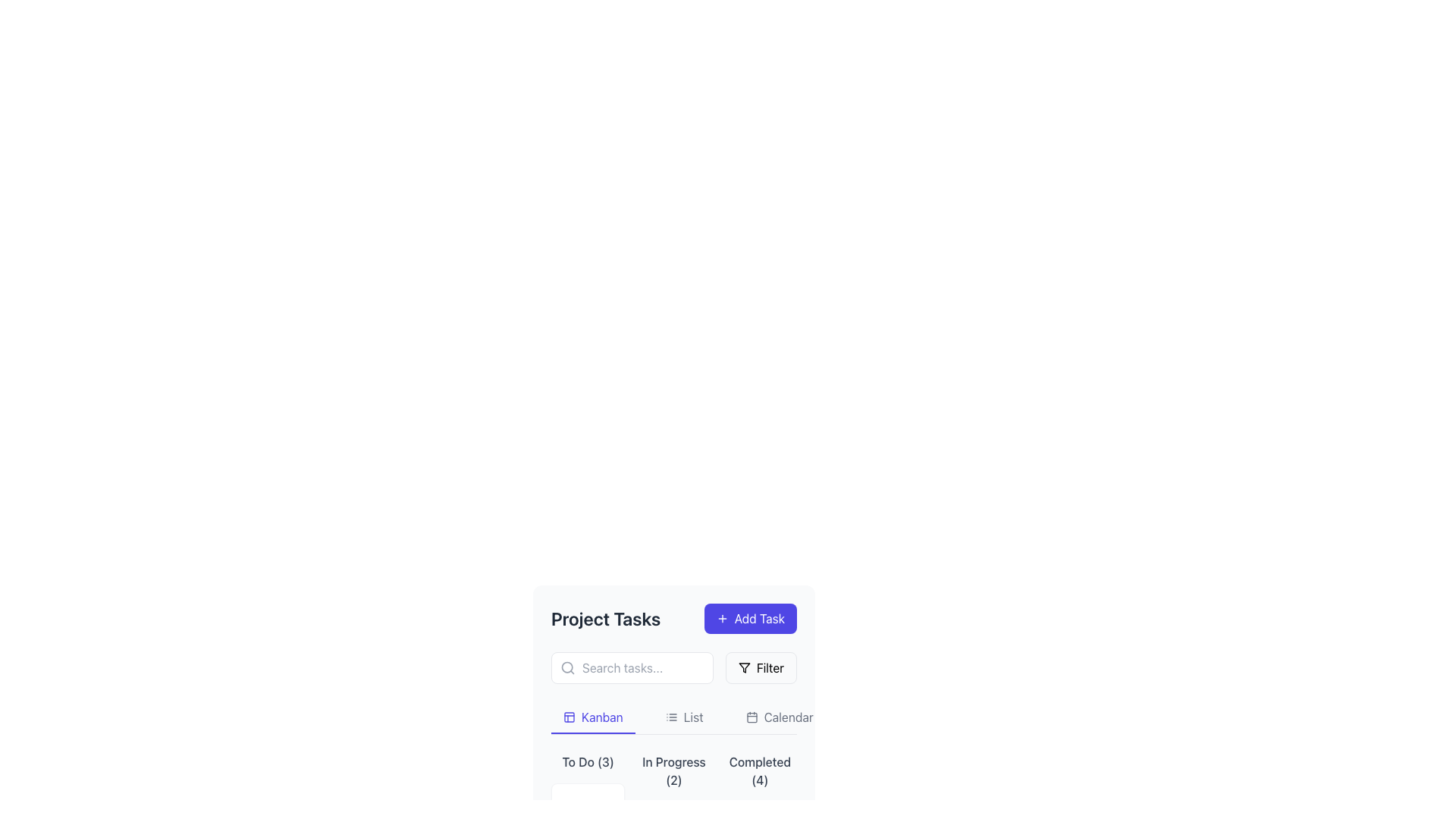 This screenshot has height=819, width=1456. Describe the element at coordinates (721, 619) in the screenshot. I see `the '+' icon within the 'Add Task' button located` at that location.